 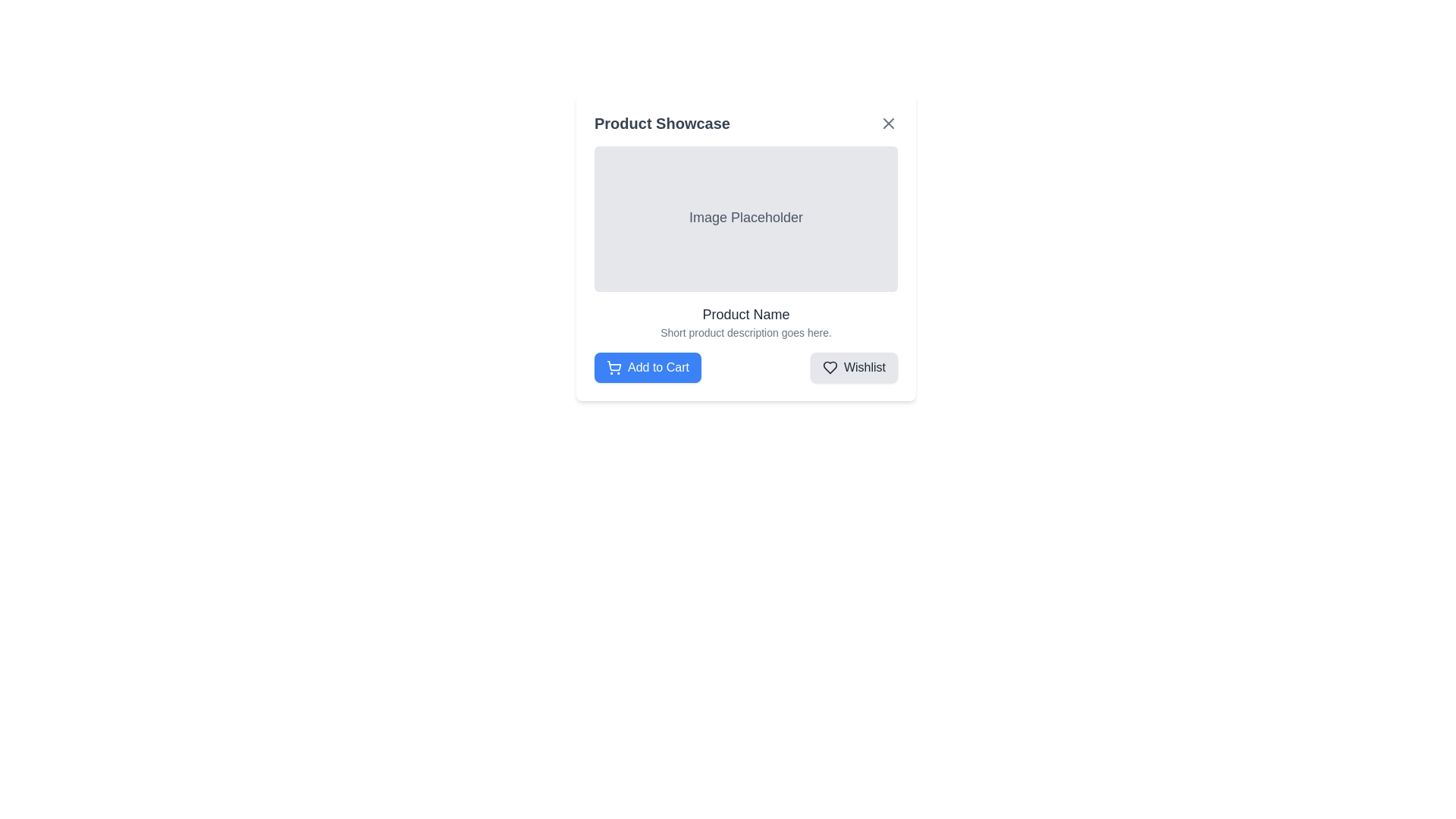 I want to click on the heart-shaped icon within the 'Wishlist' button group located at the bottom-right area of the modal window, so click(x=829, y=368).